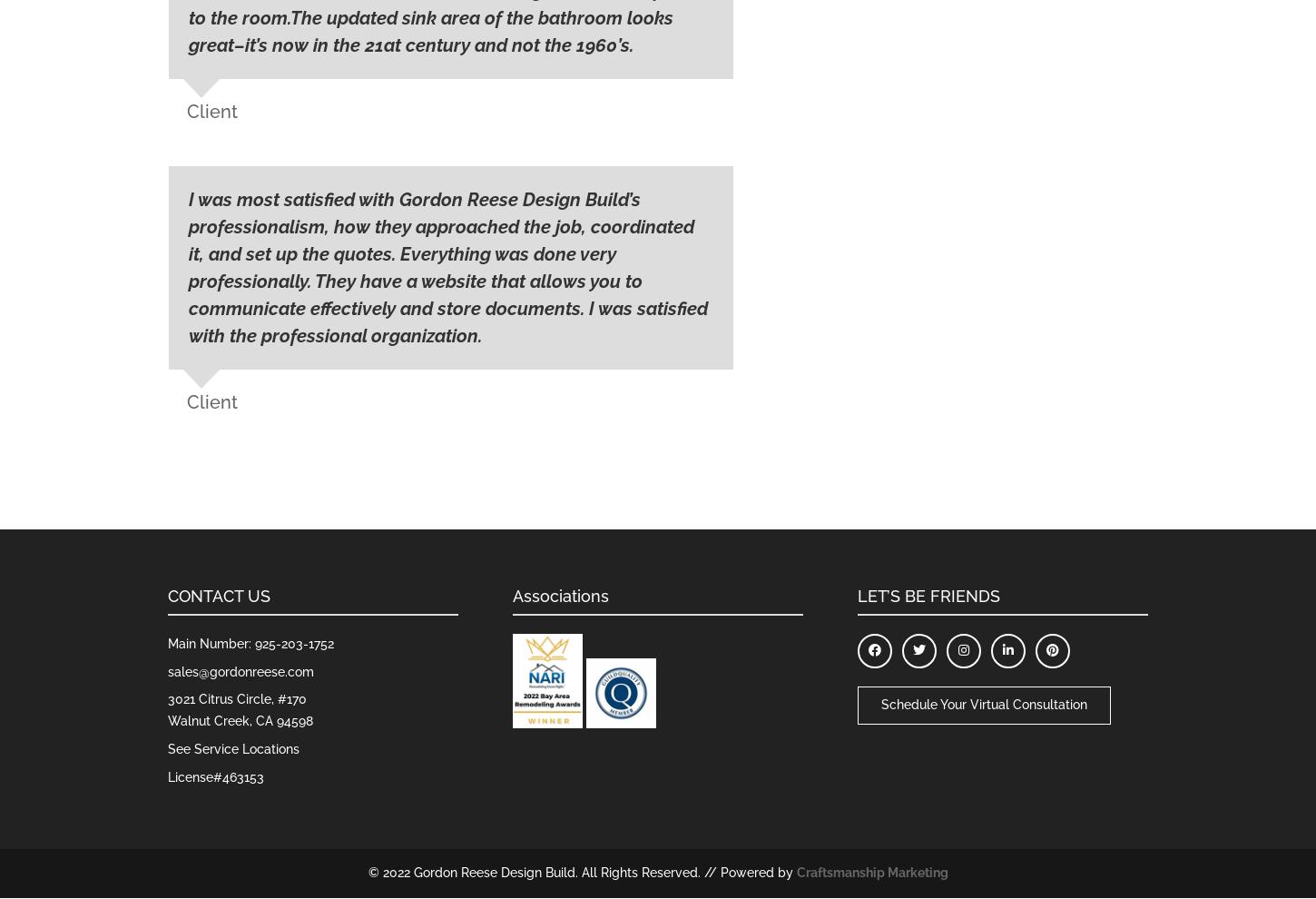  I want to click on 'Craftsmanship Marketing', so click(870, 872).